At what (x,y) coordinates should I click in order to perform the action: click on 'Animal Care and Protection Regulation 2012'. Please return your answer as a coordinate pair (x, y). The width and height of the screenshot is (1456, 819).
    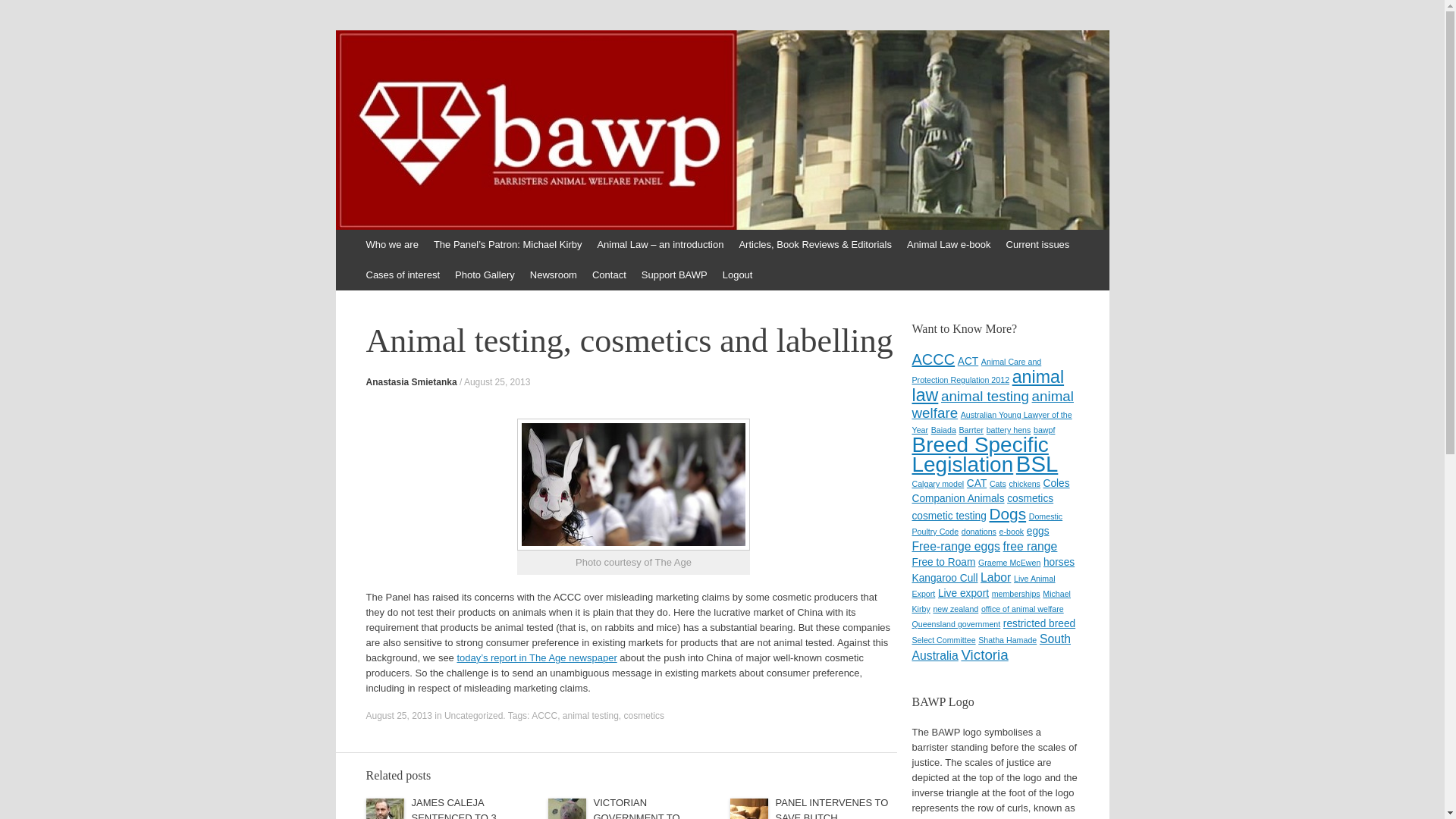
    Looking at the image, I should click on (976, 371).